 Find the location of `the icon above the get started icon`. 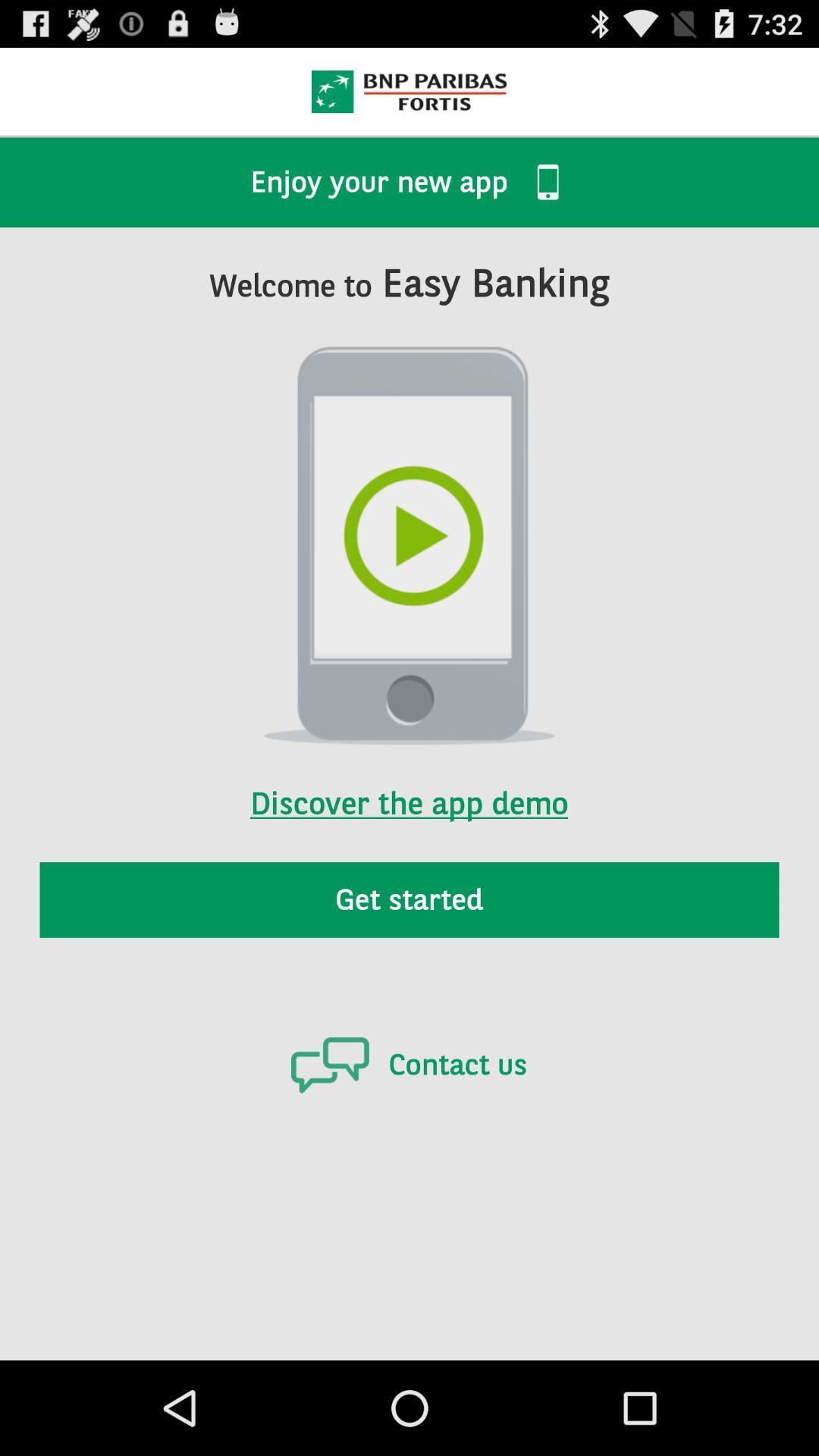

the icon above the get started icon is located at coordinates (408, 783).